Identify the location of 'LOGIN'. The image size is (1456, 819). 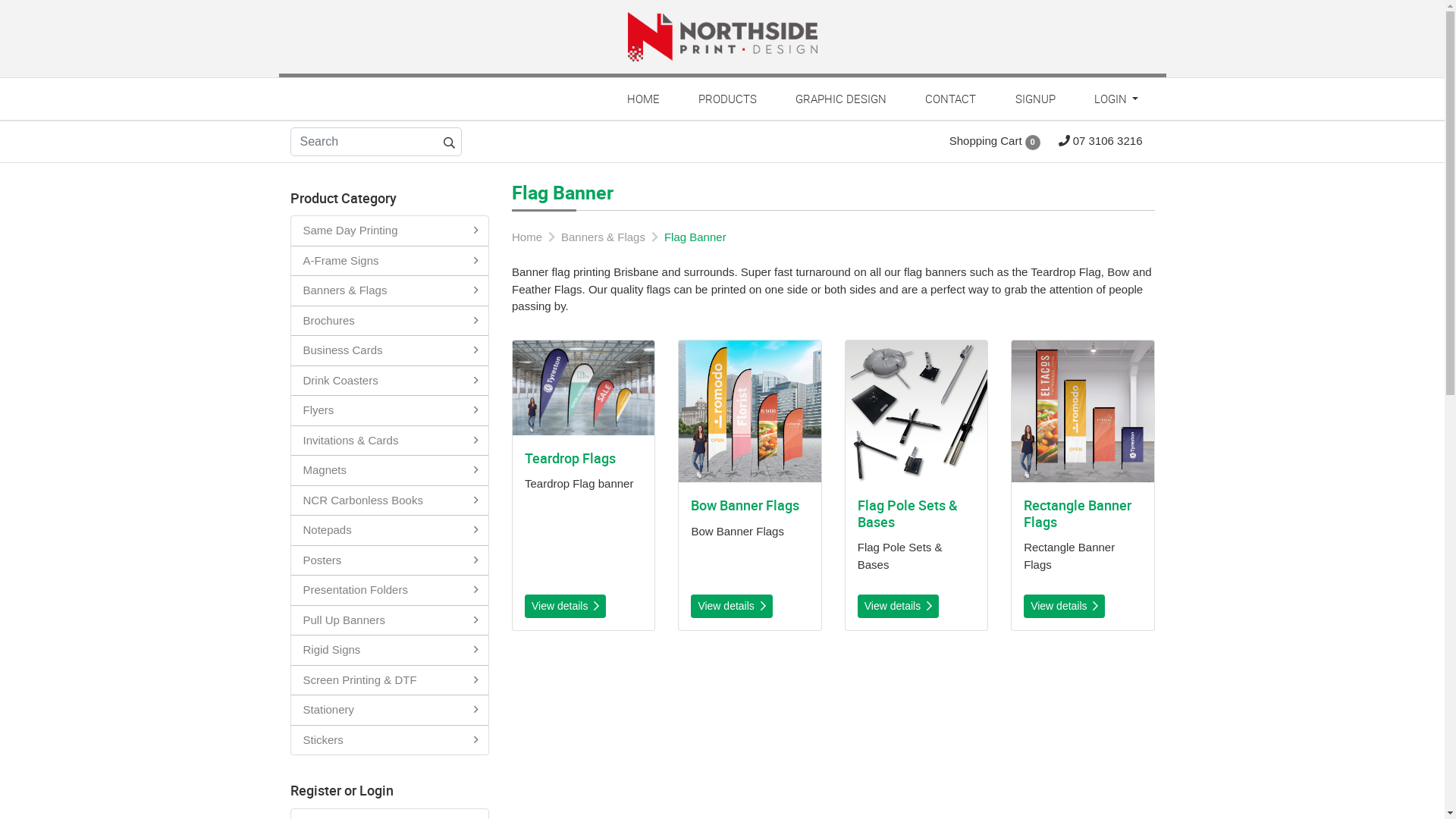
(1073, 99).